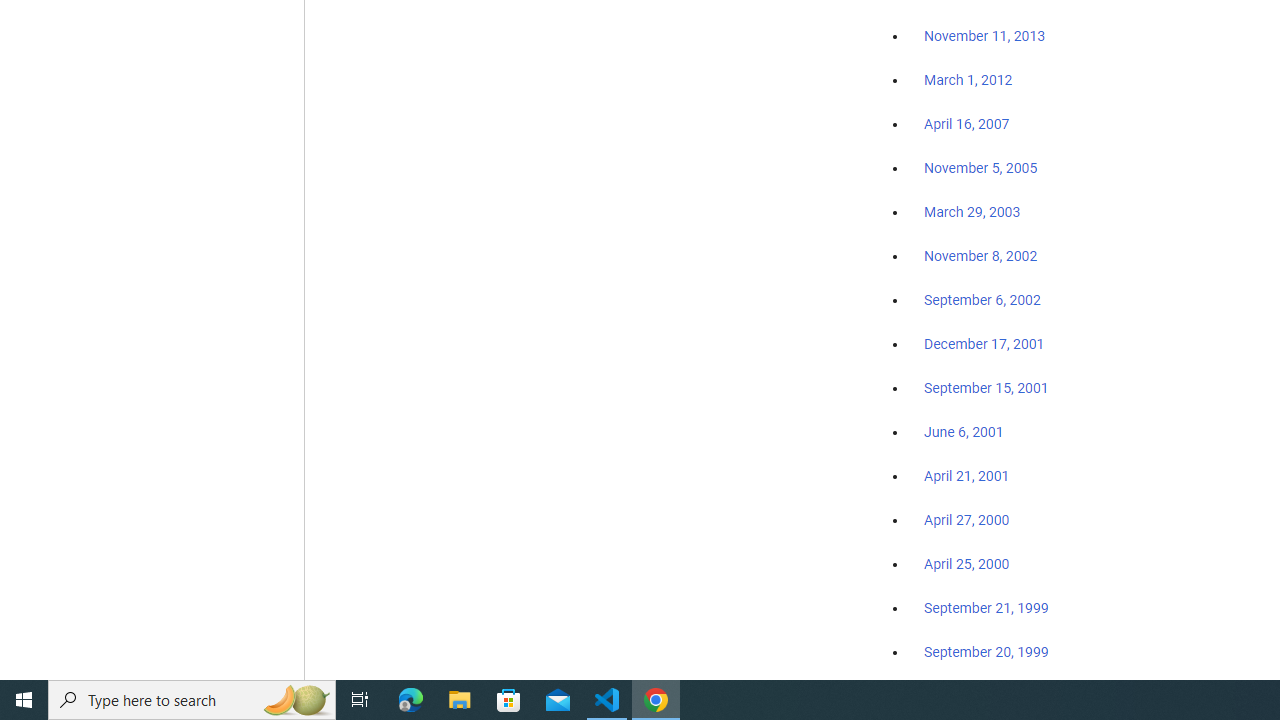  Describe the element at coordinates (986, 607) in the screenshot. I see `'September 21, 1999'` at that location.